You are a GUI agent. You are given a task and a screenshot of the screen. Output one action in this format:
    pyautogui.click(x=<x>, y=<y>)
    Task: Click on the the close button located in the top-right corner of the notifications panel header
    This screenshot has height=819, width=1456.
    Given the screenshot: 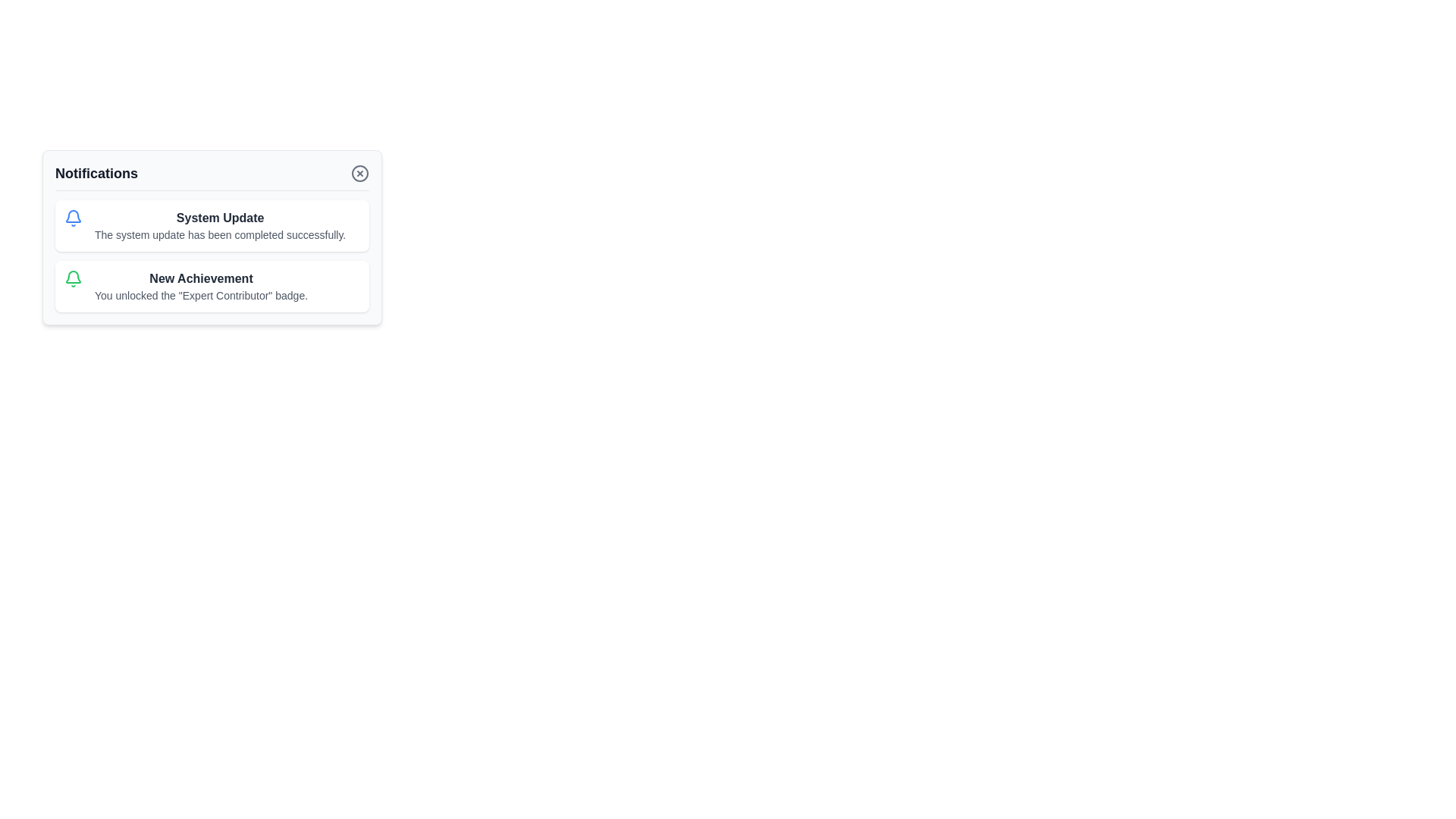 What is the action you would take?
    pyautogui.click(x=359, y=172)
    